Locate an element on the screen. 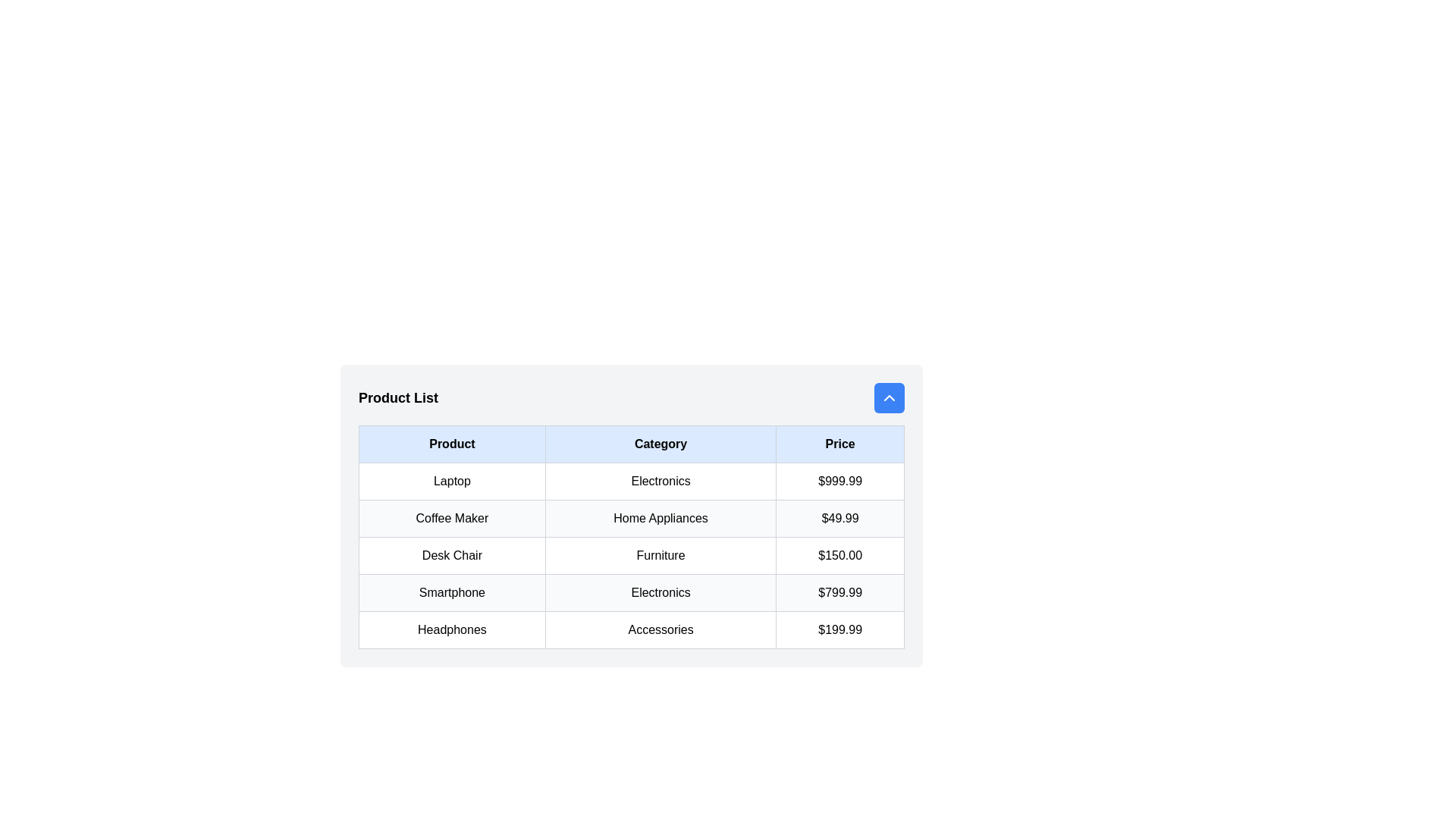 This screenshot has height=819, width=1456. the 'Category' text label in the table row for 'Desk Chair' which indicates the product category is located at coordinates (661, 555).